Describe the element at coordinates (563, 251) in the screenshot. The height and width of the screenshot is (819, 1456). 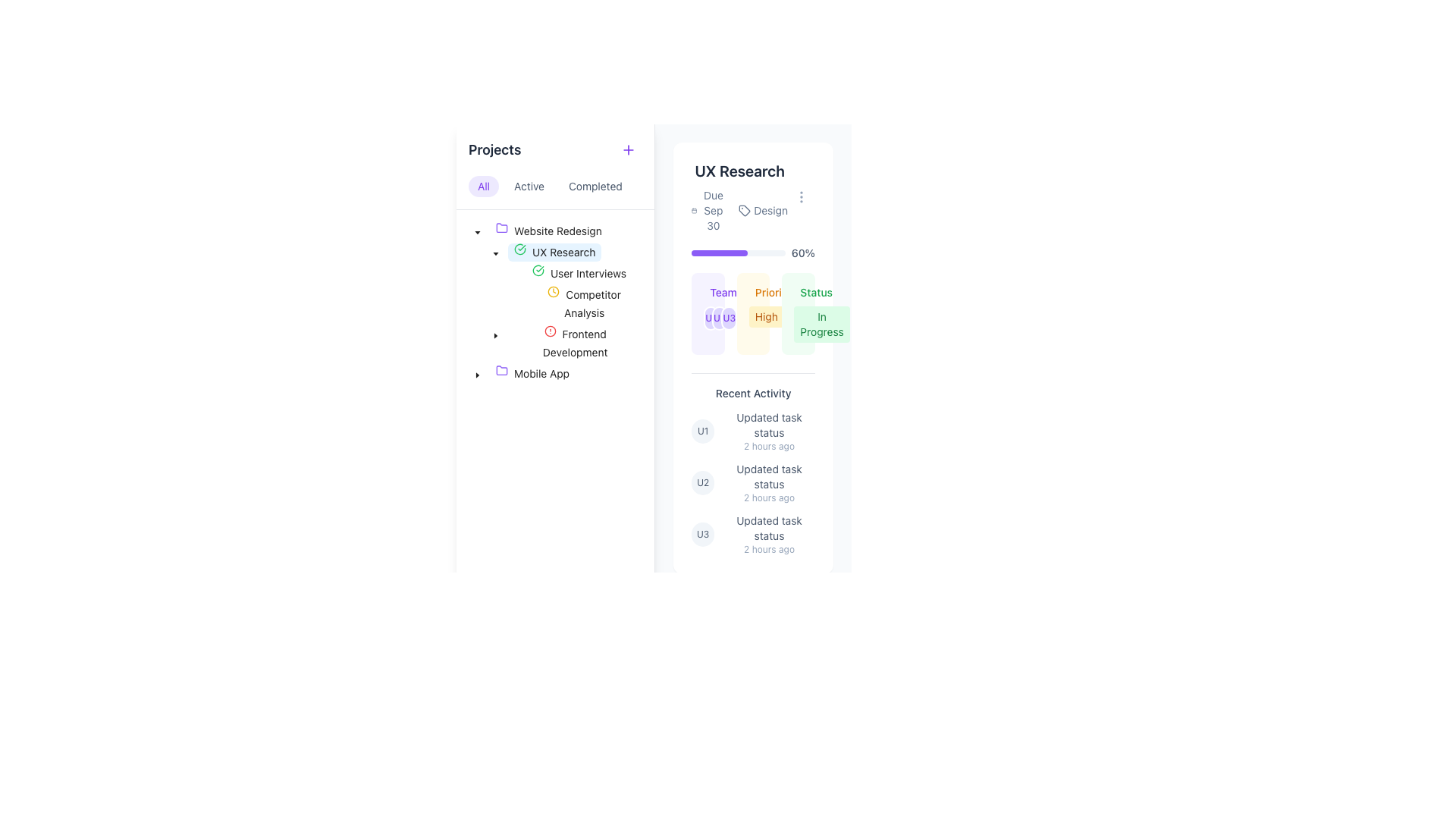
I see `the 'UX Research' text label in the sidebar navigation under 'Website Redesign'` at that location.